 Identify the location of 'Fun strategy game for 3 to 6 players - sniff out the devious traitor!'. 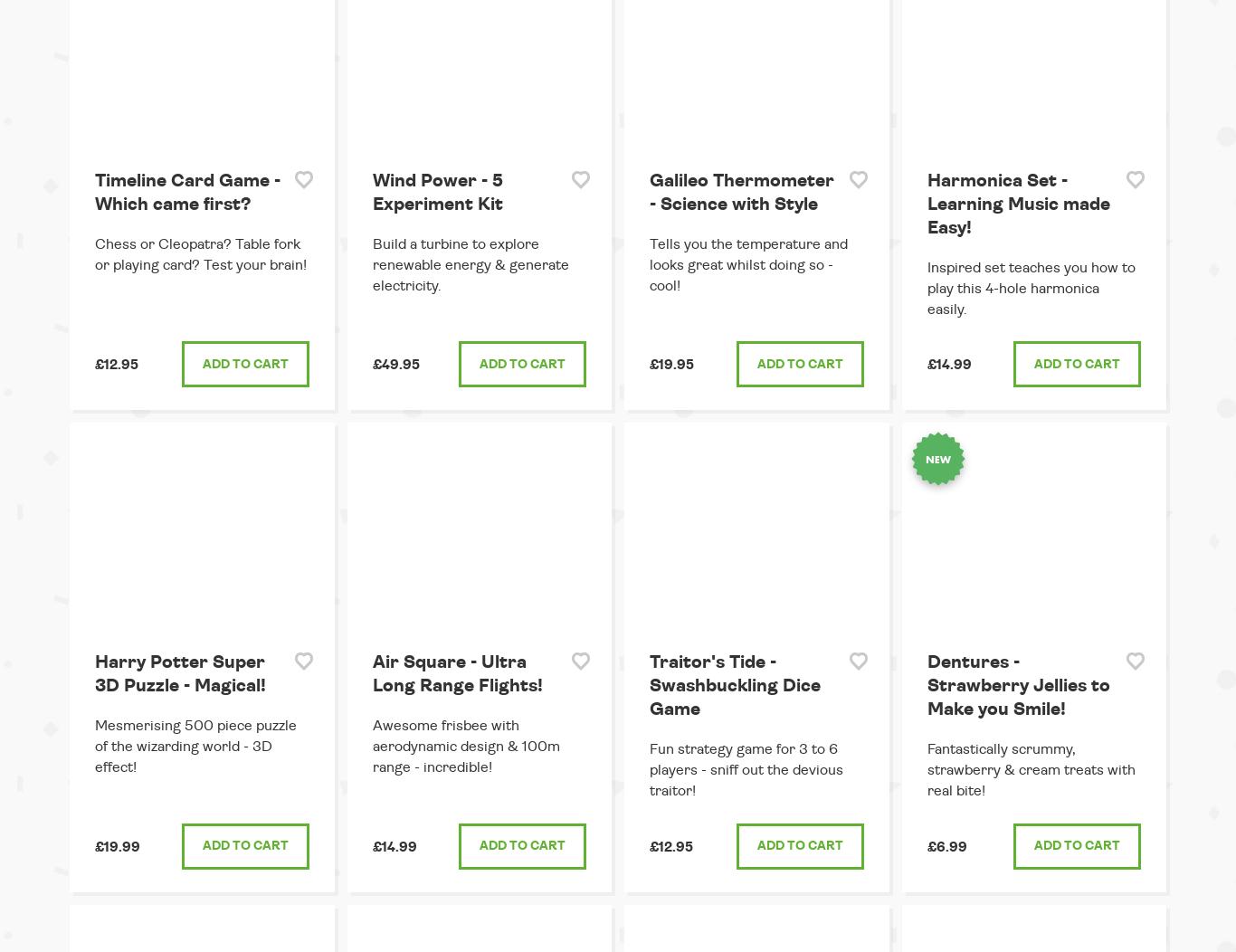
(649, 768).